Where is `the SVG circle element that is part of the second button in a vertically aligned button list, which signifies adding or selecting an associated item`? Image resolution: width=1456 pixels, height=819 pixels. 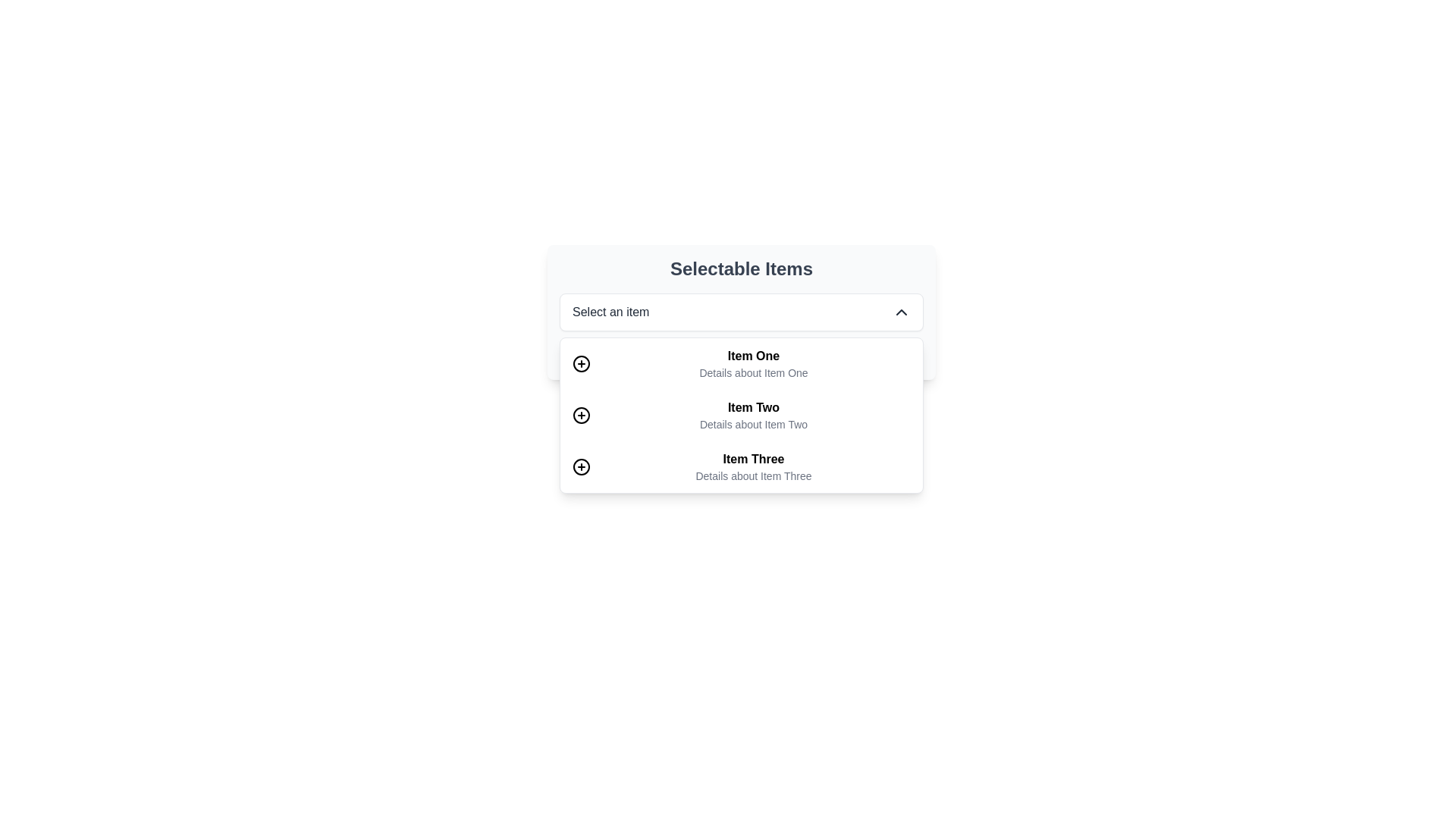
the SVG circle element that is part of the second button in a vertically aligned button list, which signifies adding or selecting an associated item is located at coordinates (581, 415).